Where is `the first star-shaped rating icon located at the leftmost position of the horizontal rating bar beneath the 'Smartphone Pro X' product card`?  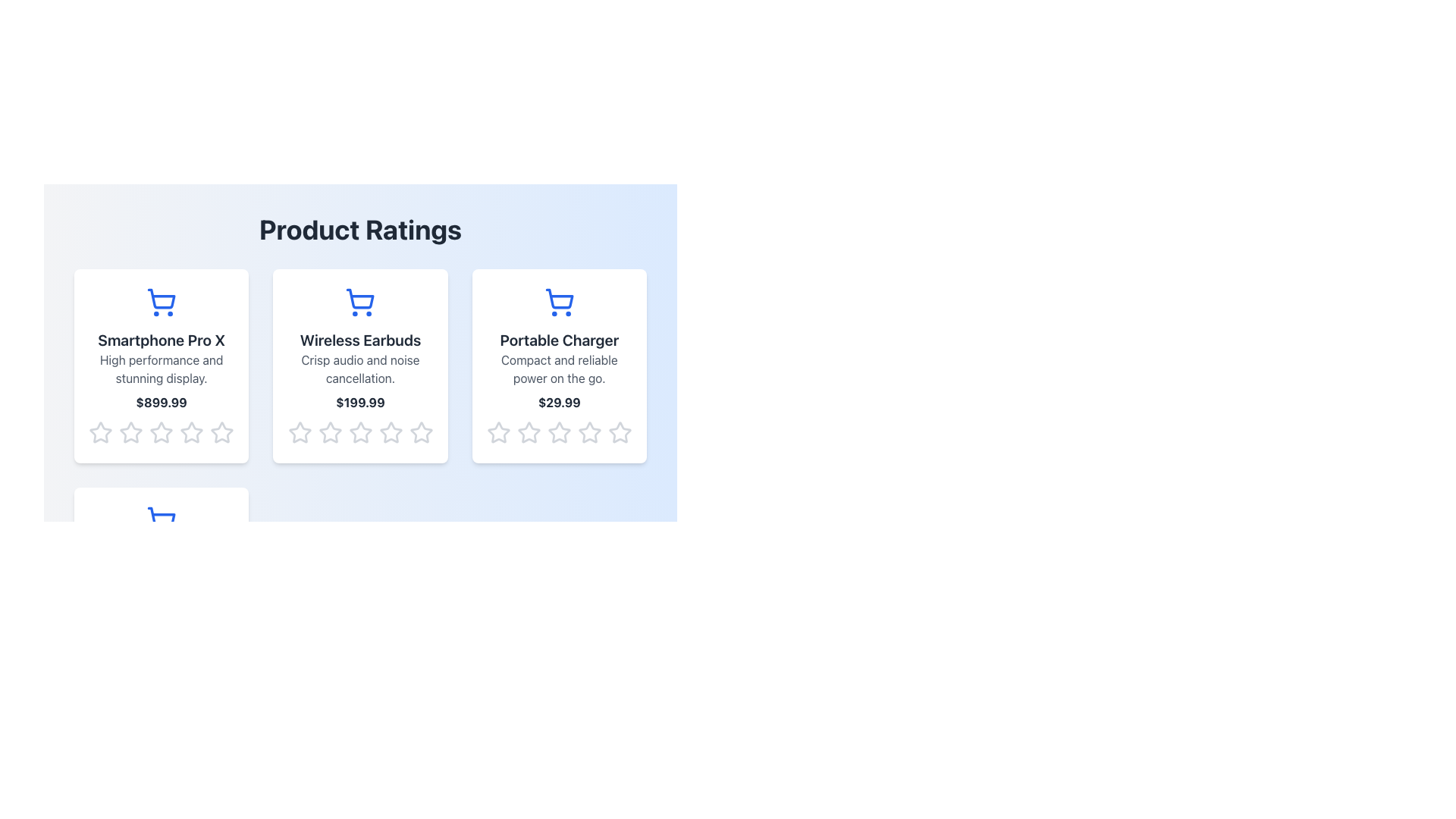 the first star-shaped rating icon located at the leftmost position of the horizontal rating bar beneath the 'Smartphone Pro X' product card is located at coordinates (100, 432).